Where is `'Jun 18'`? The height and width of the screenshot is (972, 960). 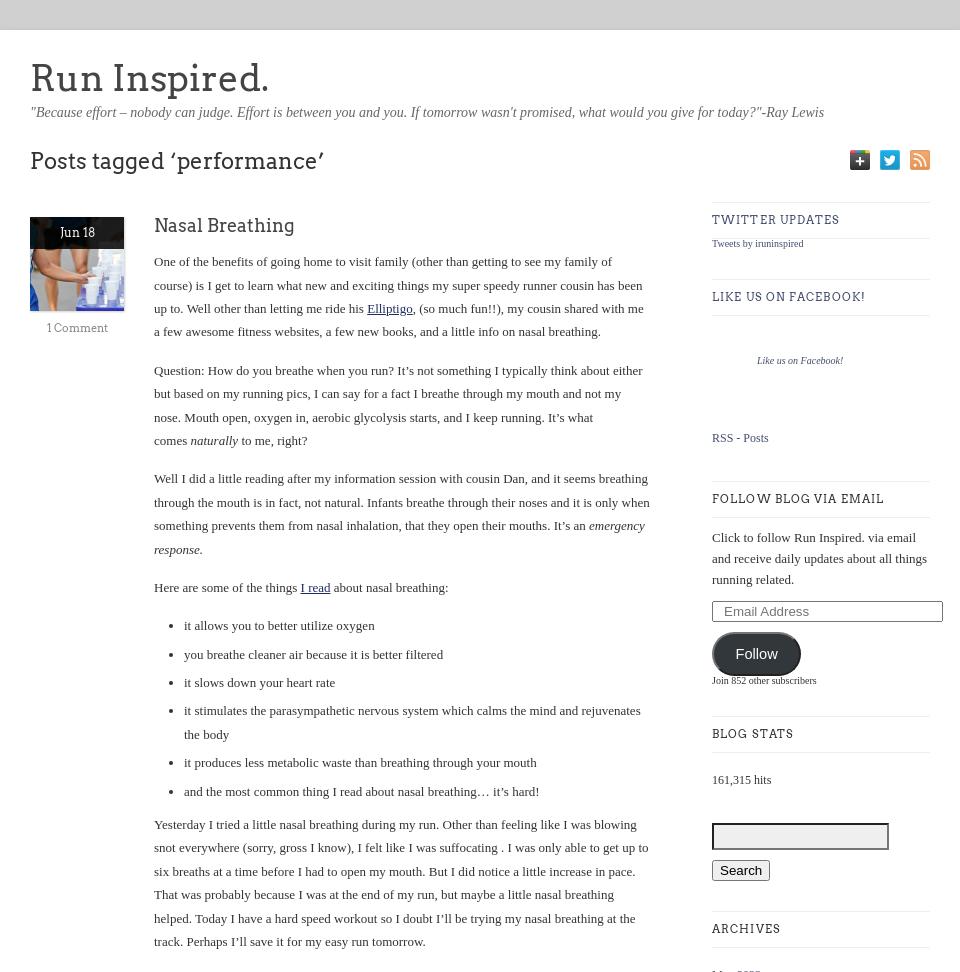 'Jun 18' is located at coordinates (76, 231).